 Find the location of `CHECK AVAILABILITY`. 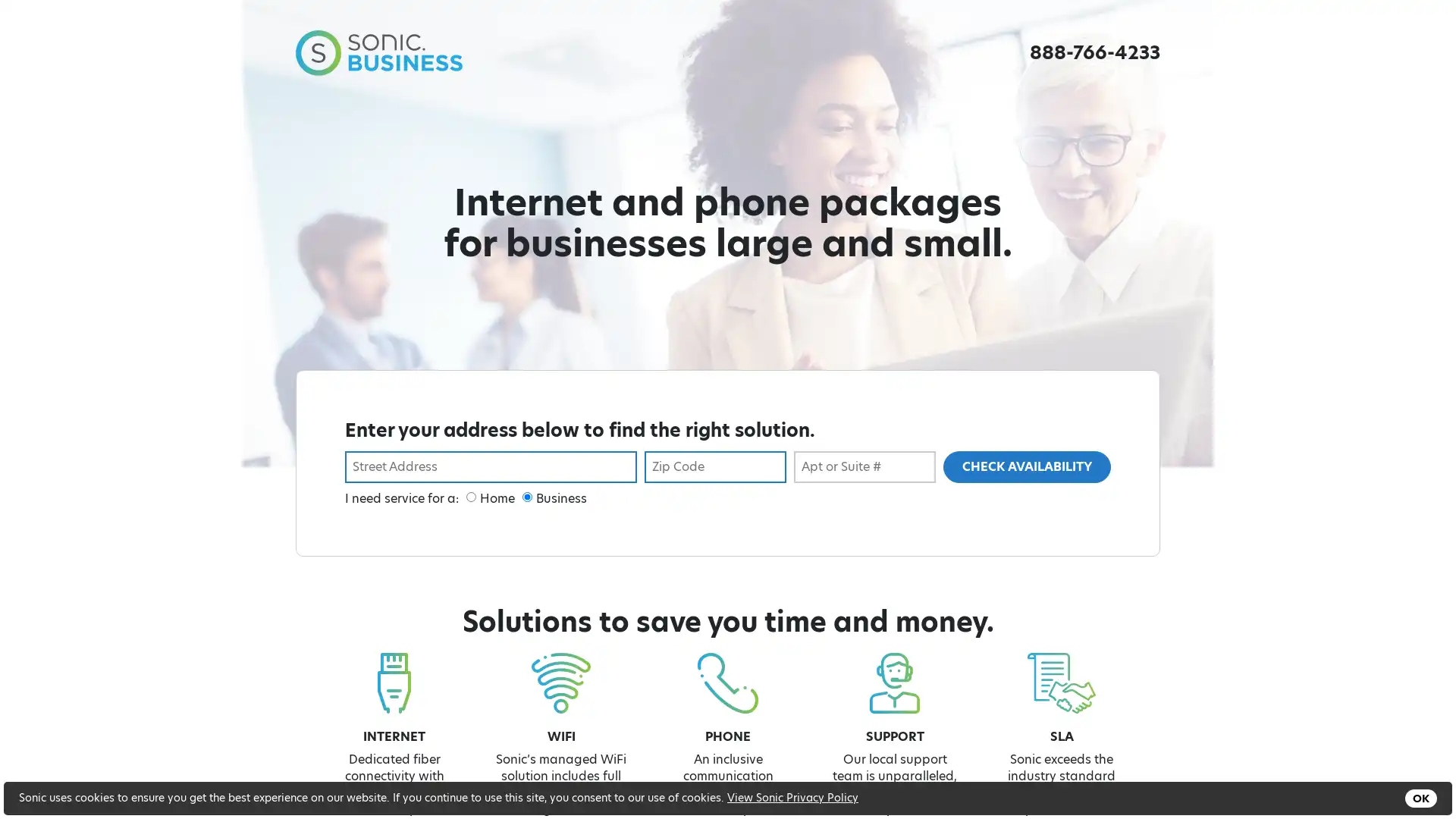

CHECK AVAILABILITY is located at coordinates (1027, 466).